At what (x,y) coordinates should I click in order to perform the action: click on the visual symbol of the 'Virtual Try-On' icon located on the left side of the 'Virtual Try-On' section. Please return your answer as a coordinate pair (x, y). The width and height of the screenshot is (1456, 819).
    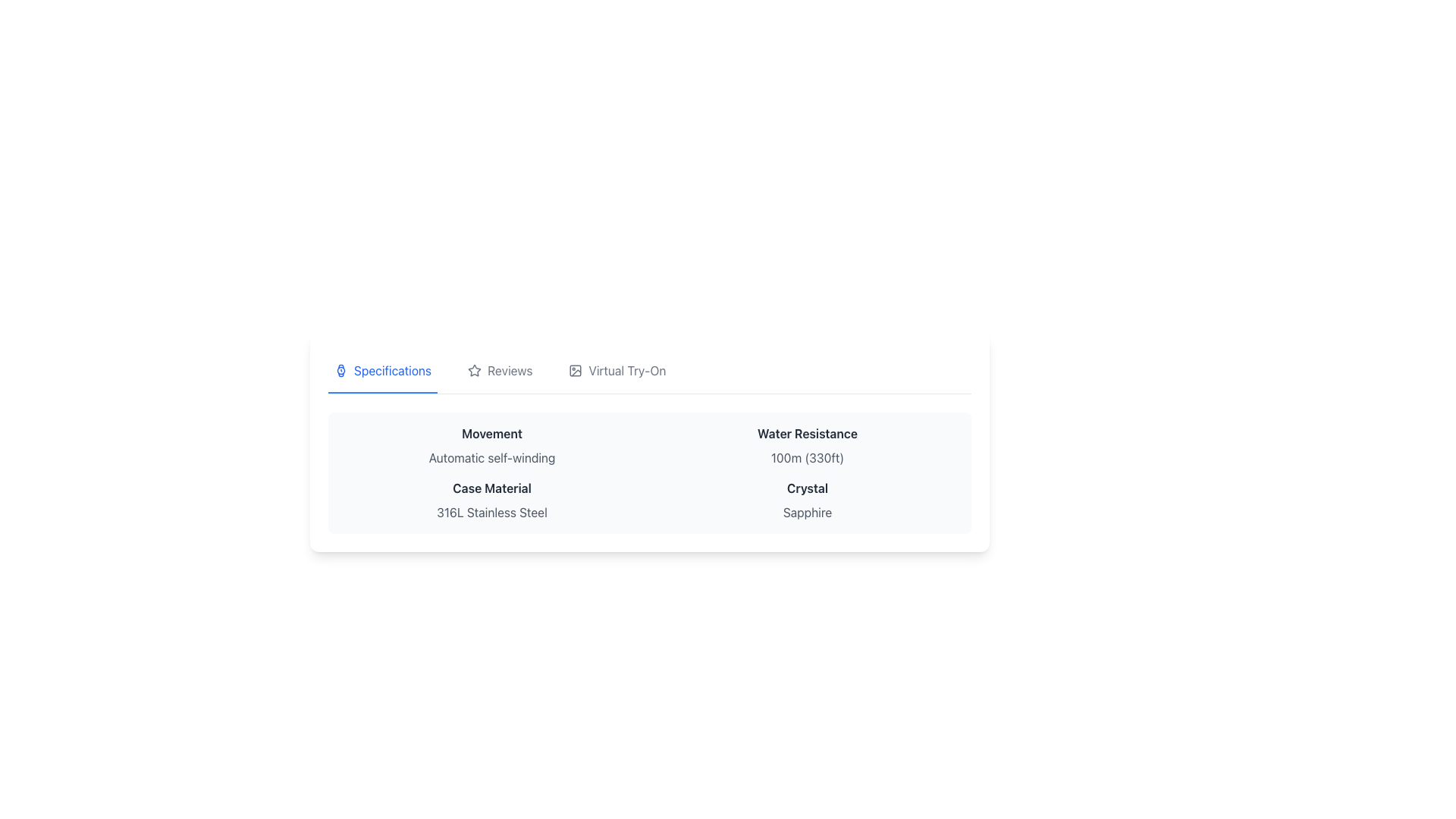
    Looking at the image, I should click on (575, 371).